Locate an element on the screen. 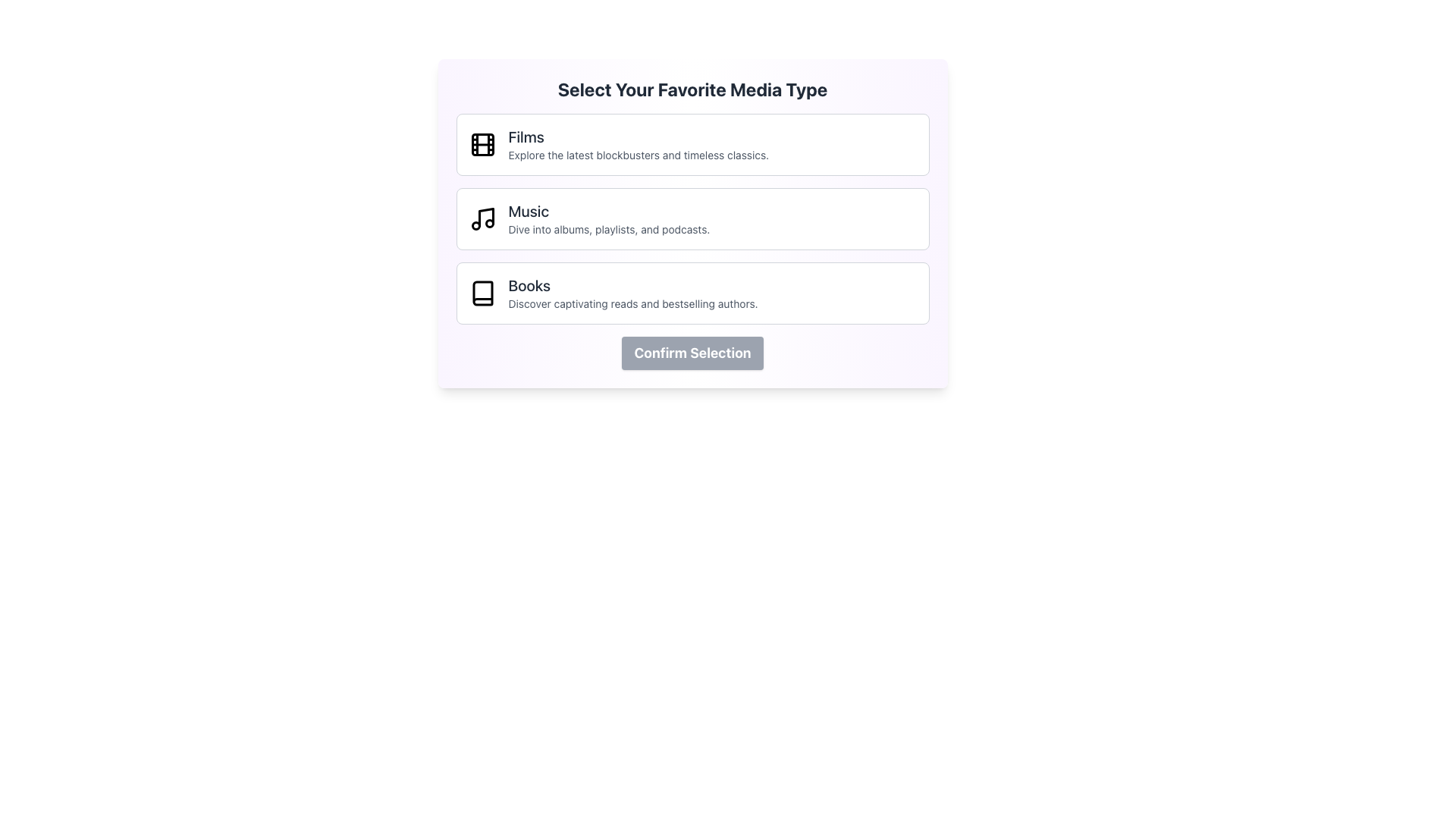 The height and width of the screenshot is (819, 1456). the 'Confirm Selection' button located at the bottom-center of the 'Select Your Favorite Media Type' section is located at coordinates (692, 353).